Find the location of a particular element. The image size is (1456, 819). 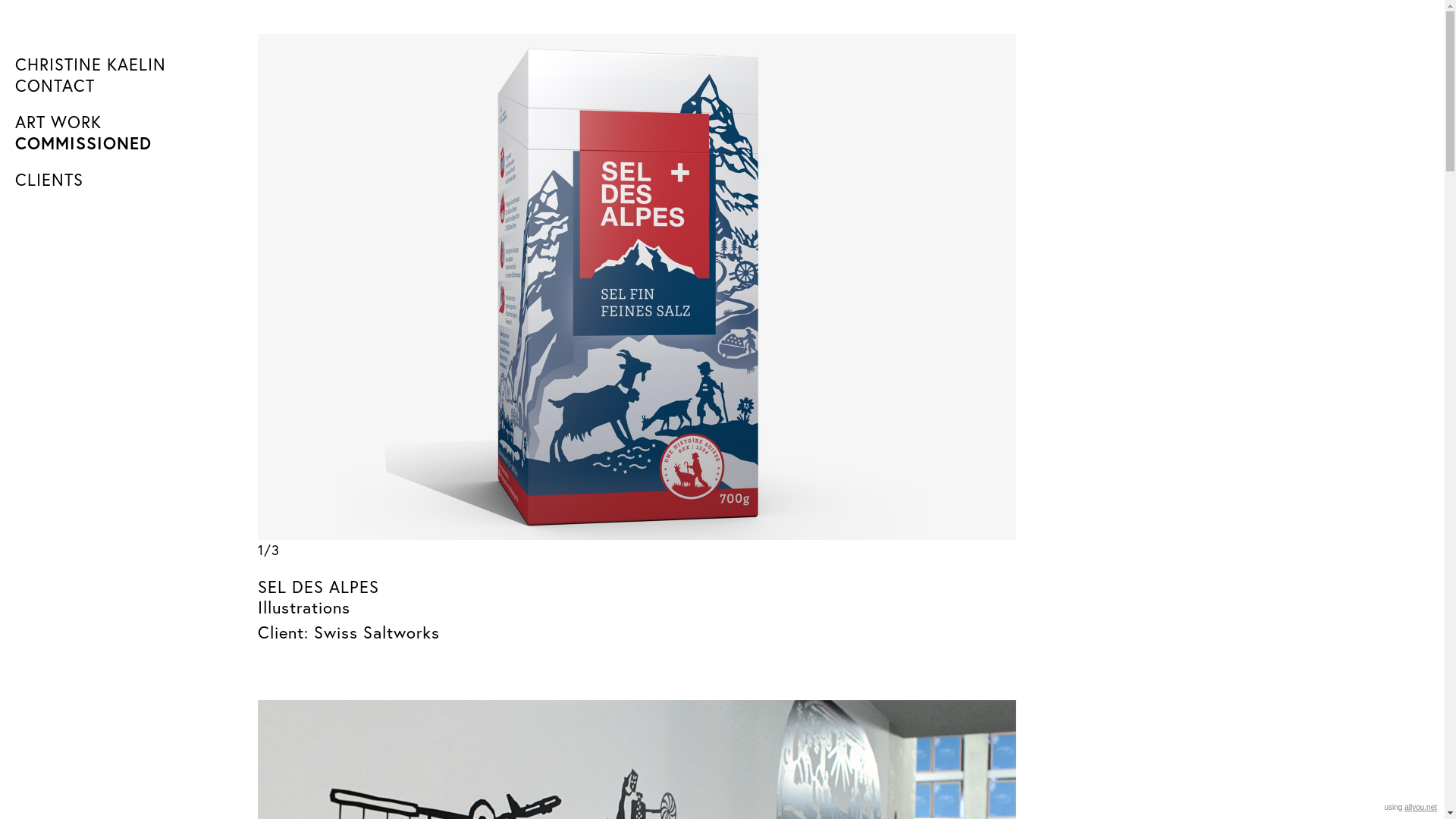

'CHRISTINE KAELIN' is located at coordinates (128, 63).